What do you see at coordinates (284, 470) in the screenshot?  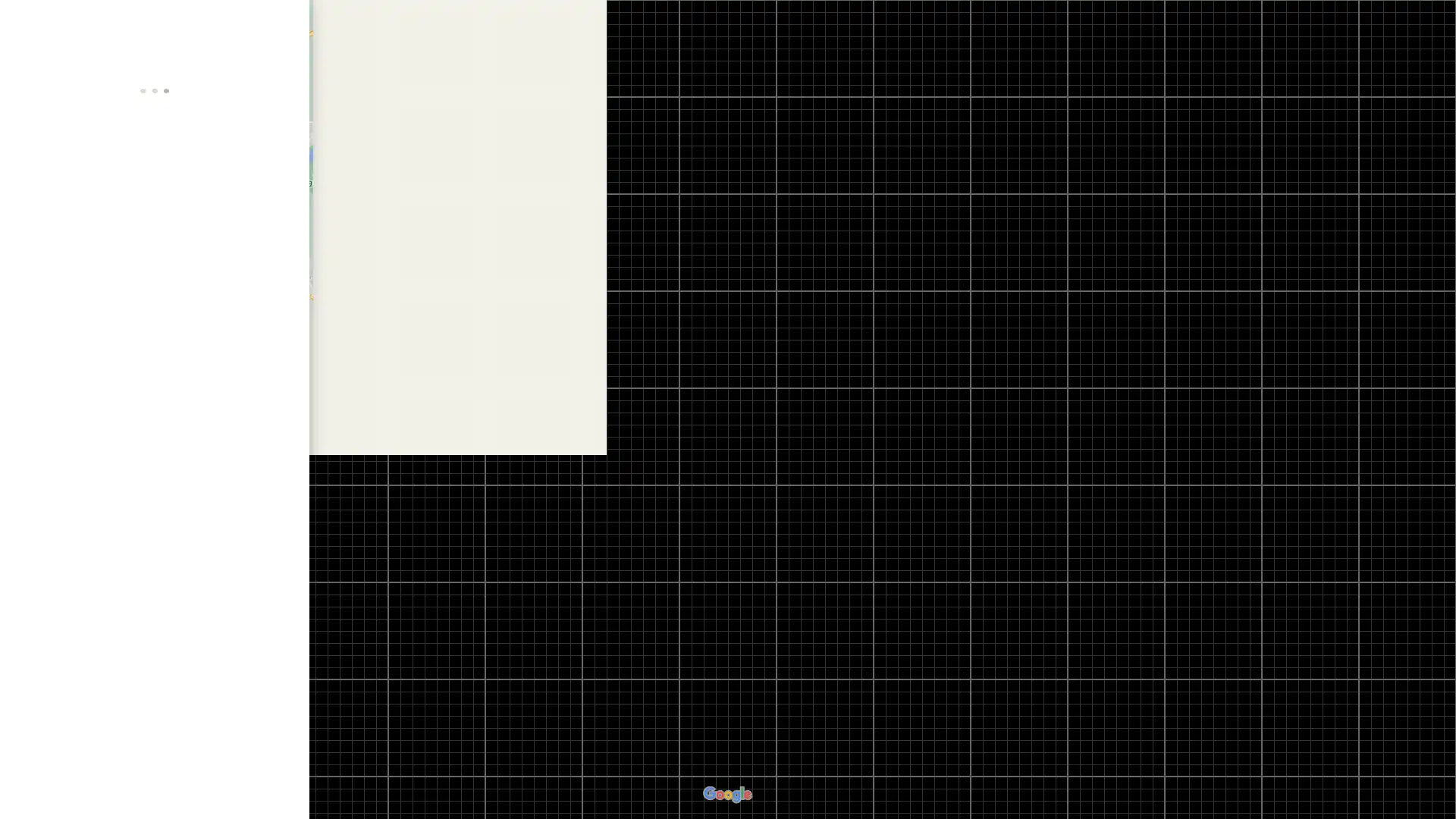 I see `Learn more about plus codes` at bounding box center [284, 470].